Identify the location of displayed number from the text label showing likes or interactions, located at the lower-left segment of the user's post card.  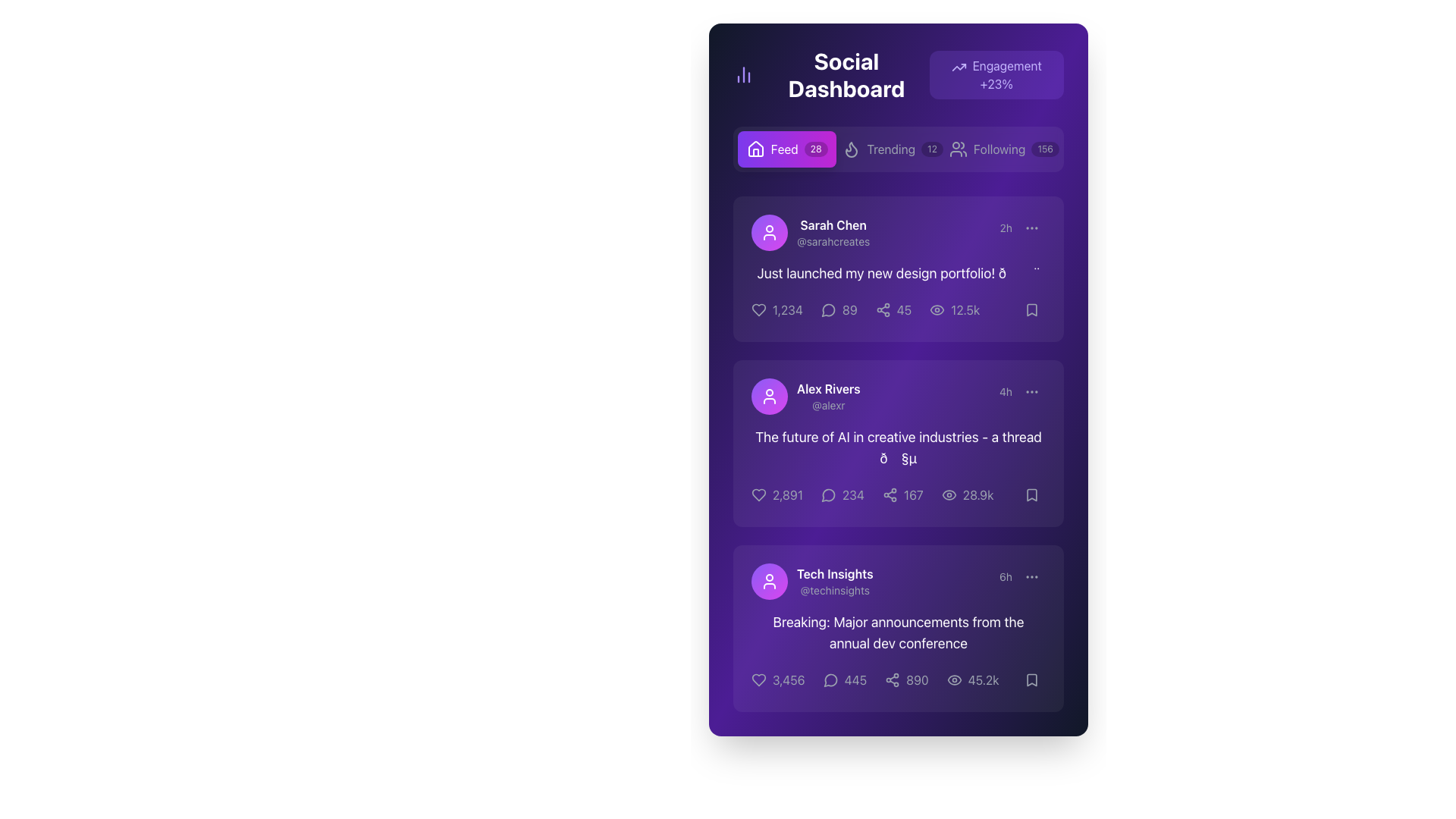
(787, 494).